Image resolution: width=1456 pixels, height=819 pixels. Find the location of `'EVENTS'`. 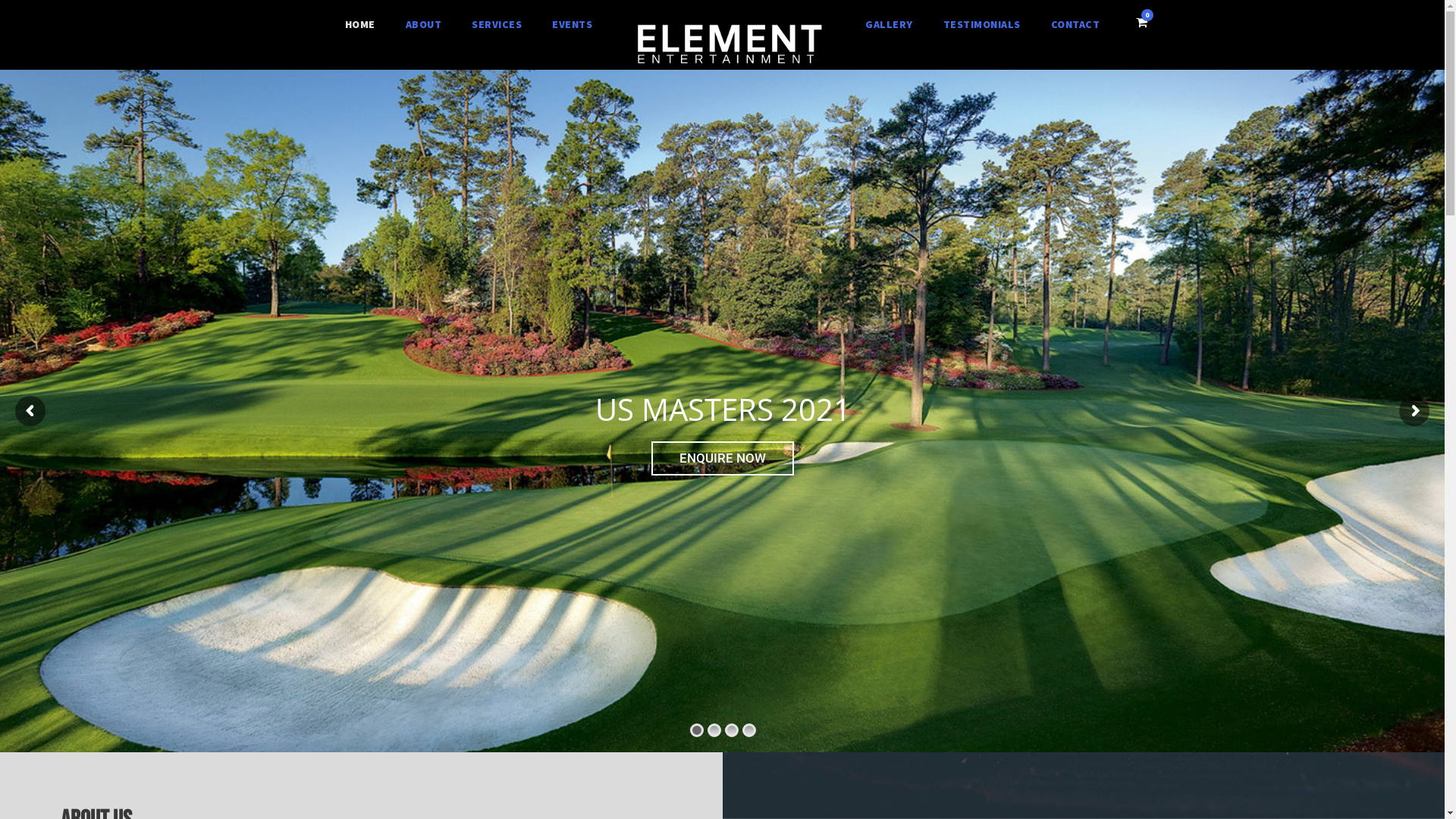

'EVENTS' is located at coordinates (571, 25).